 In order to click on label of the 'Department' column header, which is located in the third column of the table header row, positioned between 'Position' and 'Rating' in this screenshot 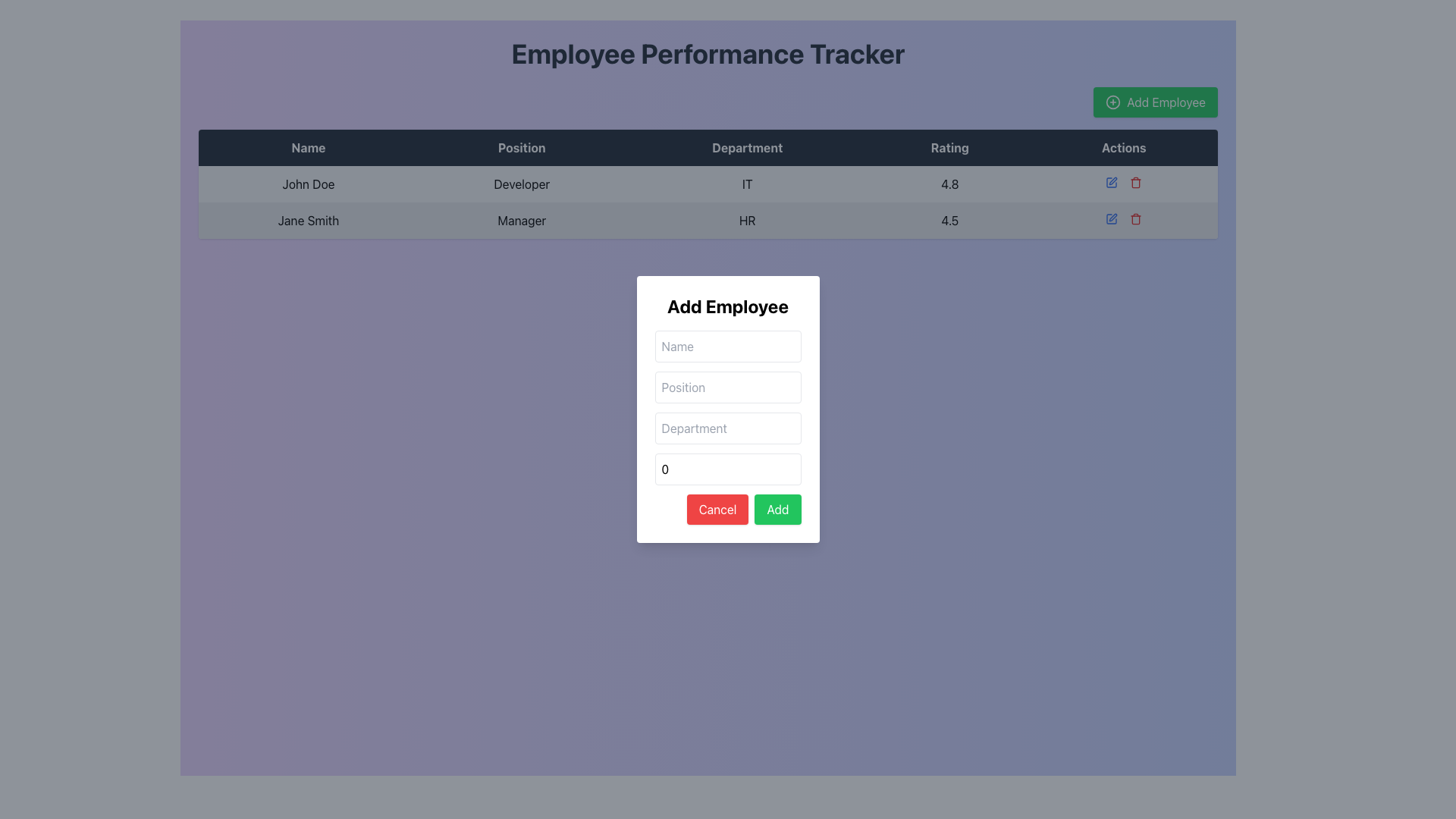, I will do `click(747, 148)`.